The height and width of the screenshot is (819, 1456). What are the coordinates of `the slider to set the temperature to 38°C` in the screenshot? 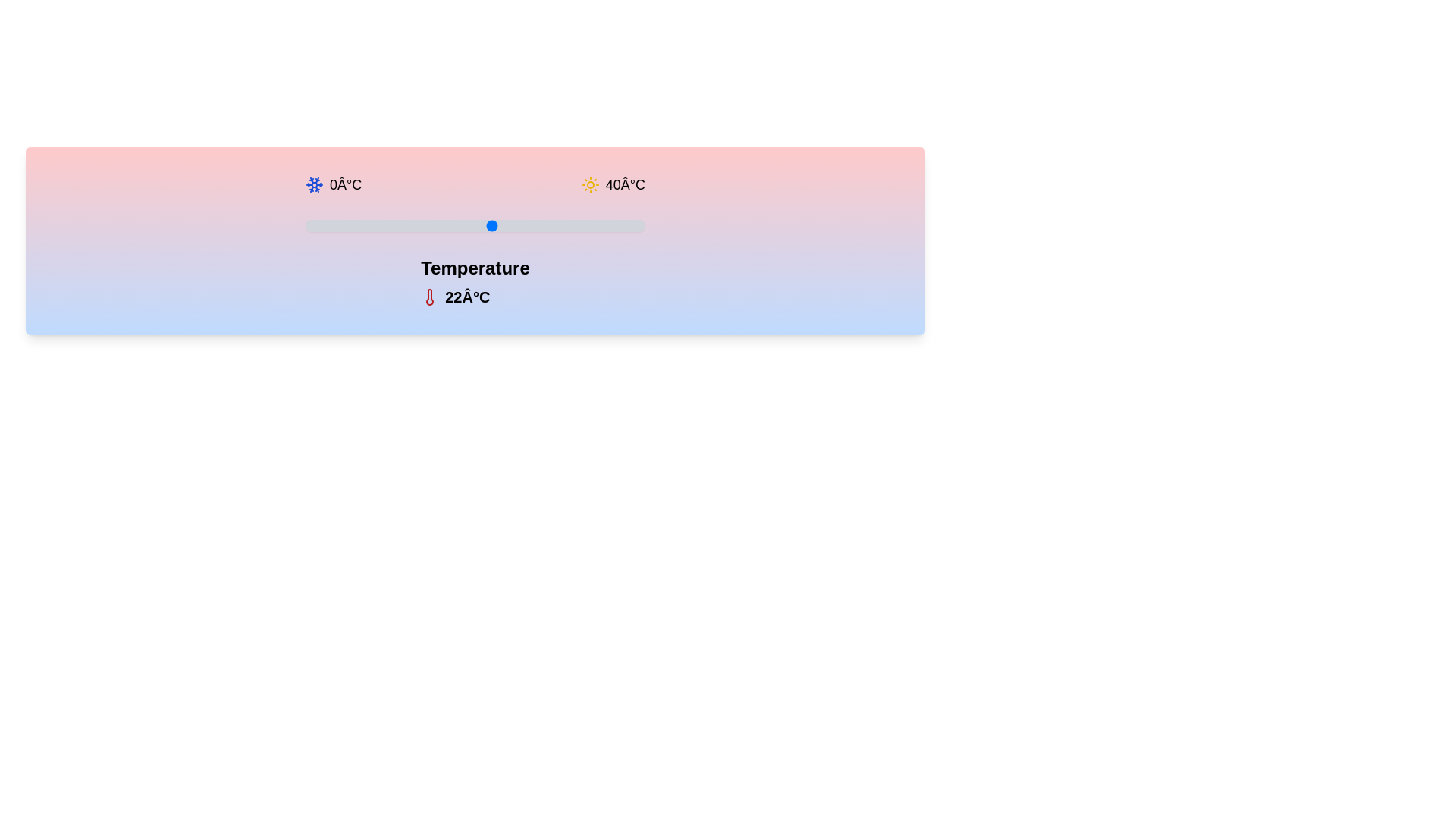 It's located at (628, 225).